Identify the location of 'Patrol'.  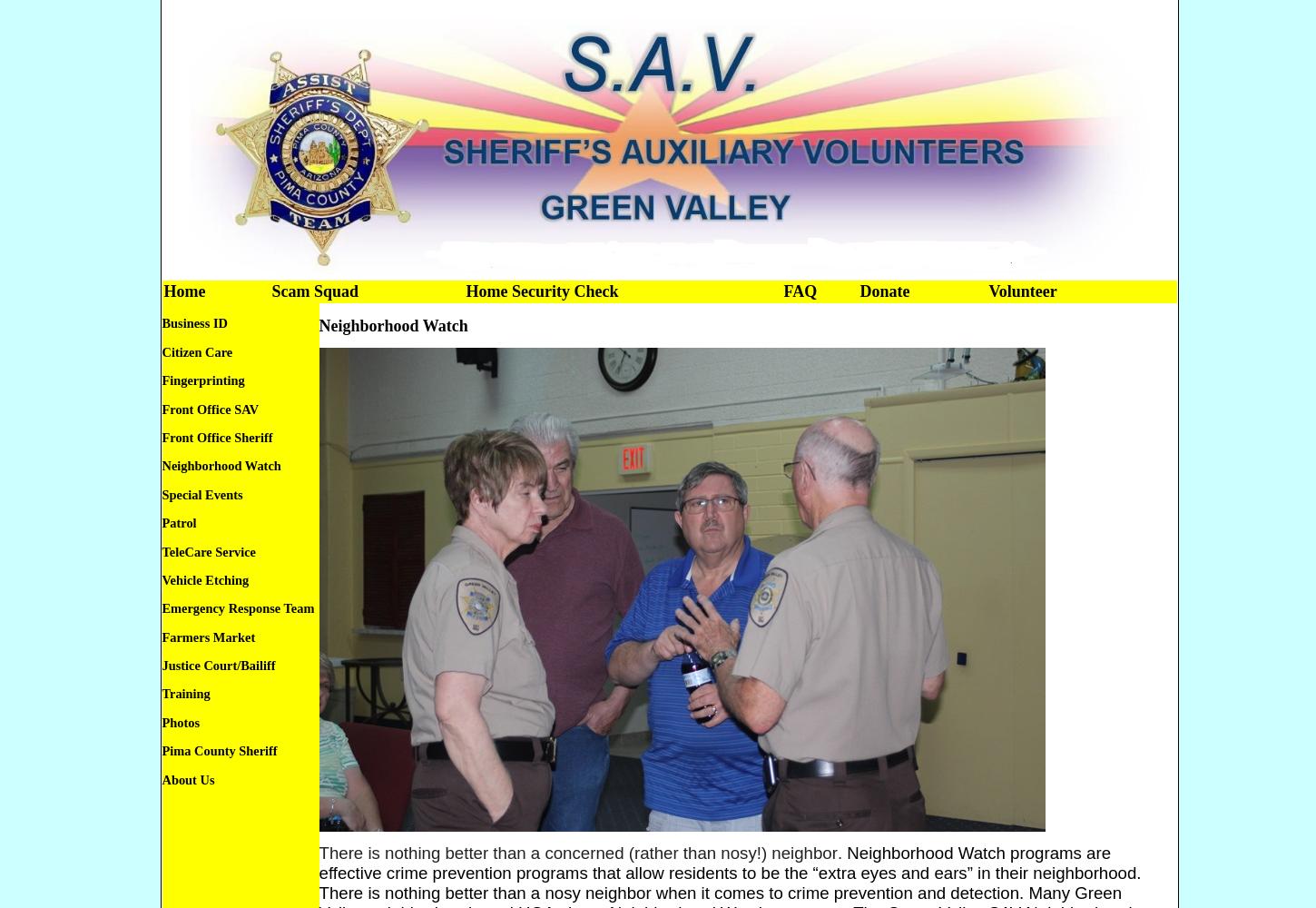
(178, 522).